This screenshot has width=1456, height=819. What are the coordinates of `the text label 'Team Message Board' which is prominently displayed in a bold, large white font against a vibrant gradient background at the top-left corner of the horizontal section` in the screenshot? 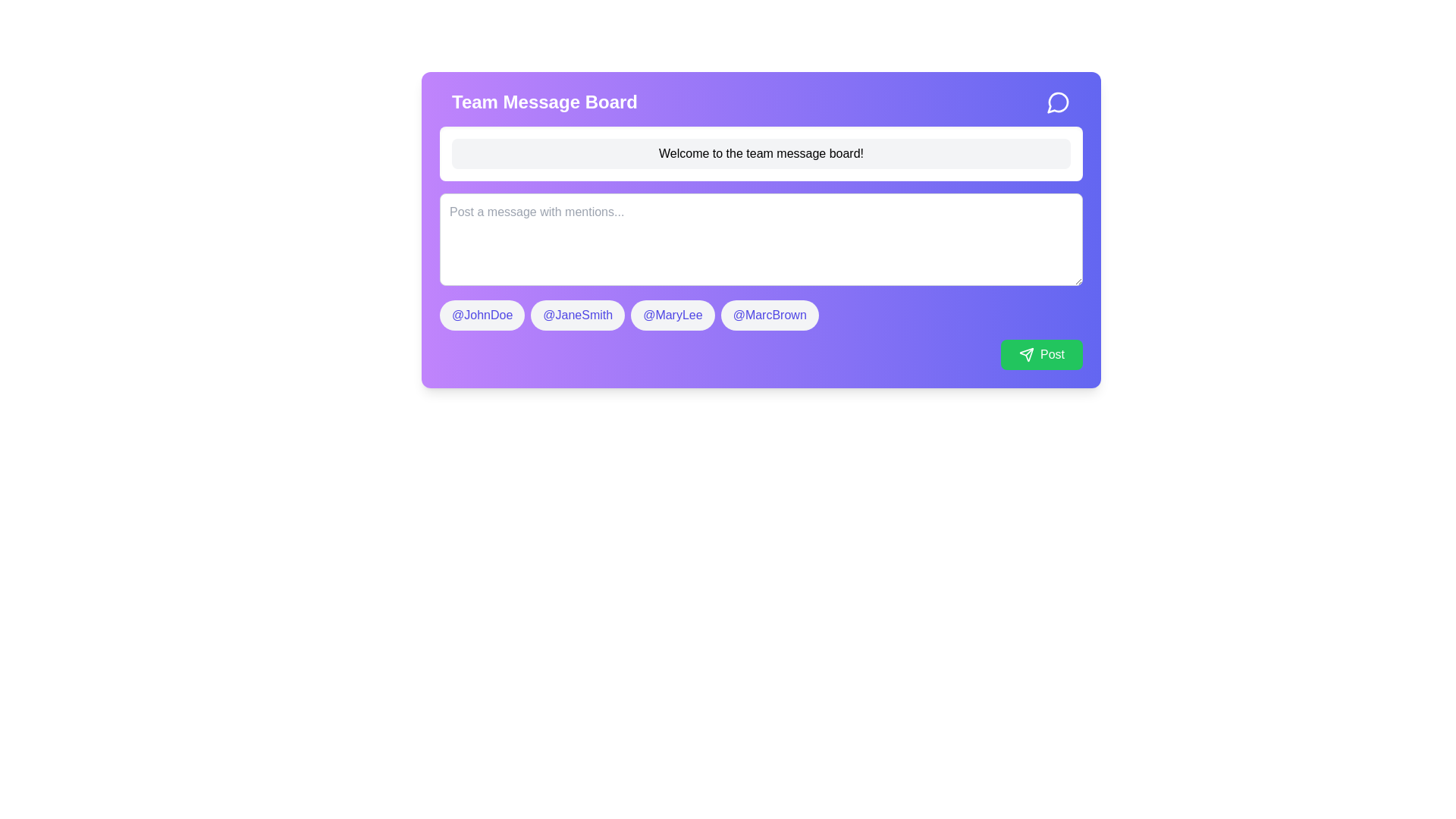 It's located at (544, 102).